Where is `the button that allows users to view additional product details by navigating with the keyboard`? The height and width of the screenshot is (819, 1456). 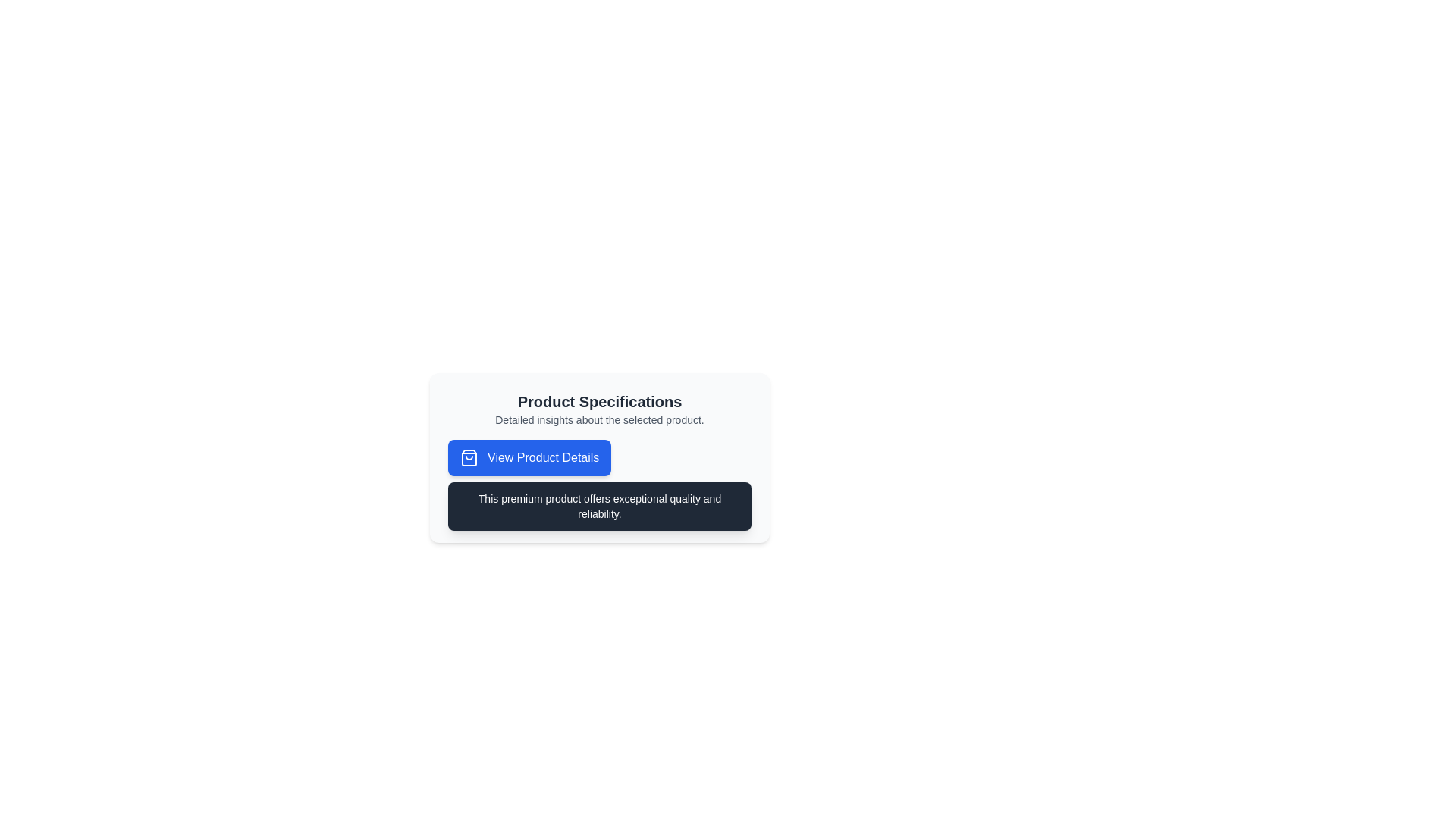
the button that allows users to view additional product details by navigating with the keyboard is located at coordinates (529, 457).